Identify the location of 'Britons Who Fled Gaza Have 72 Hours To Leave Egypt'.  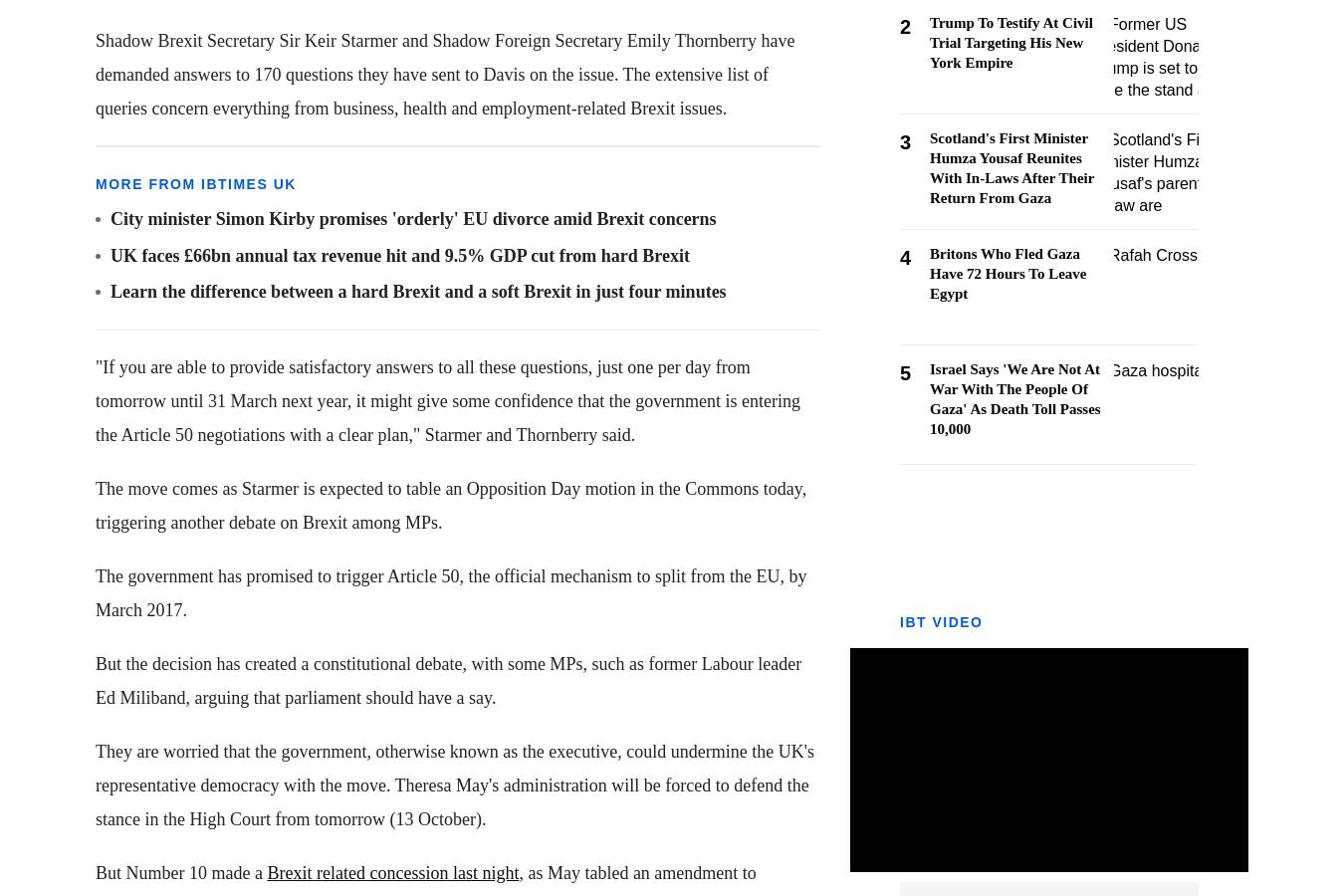
(1007, 273).